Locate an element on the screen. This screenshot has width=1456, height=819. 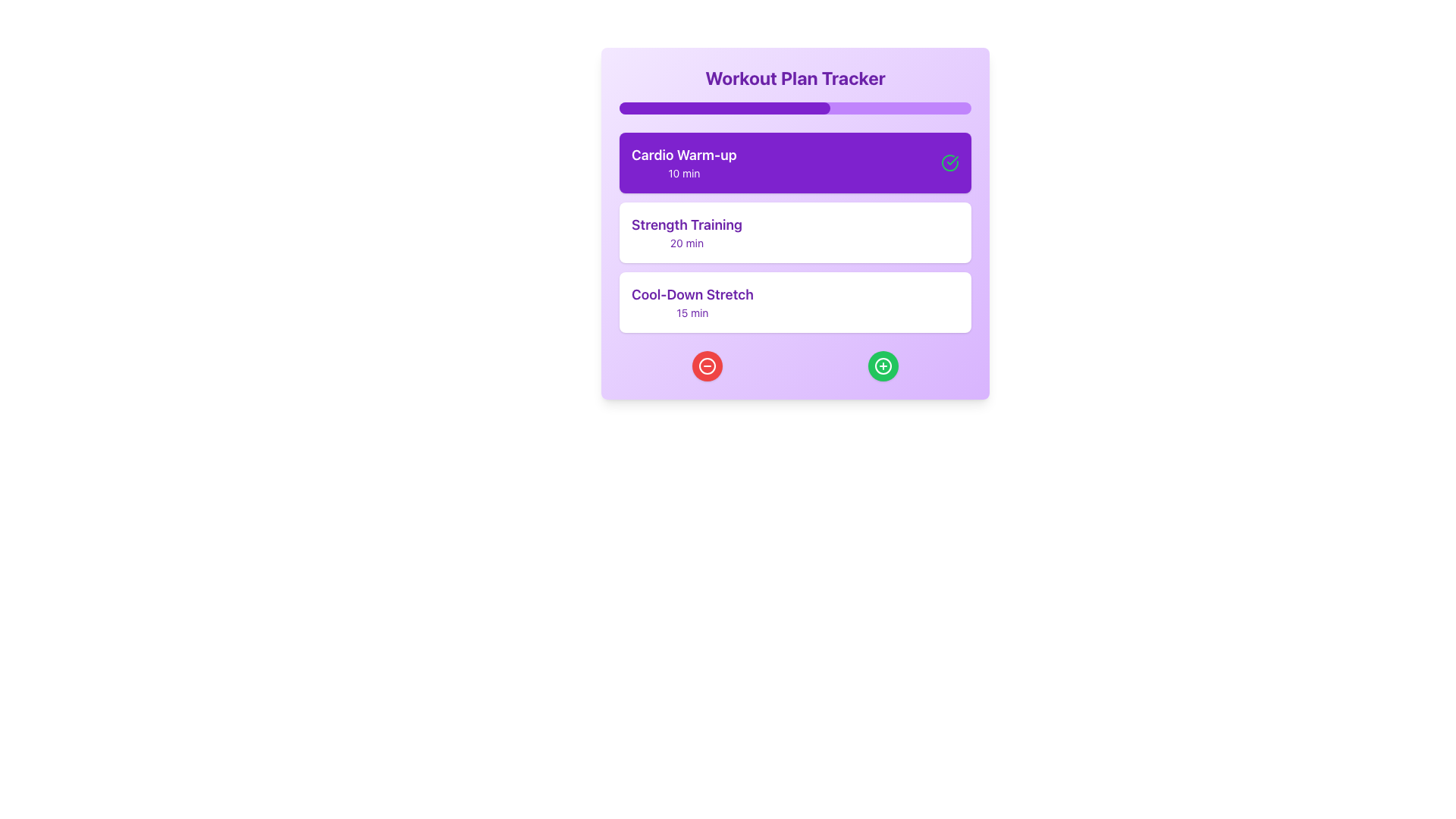
the 'Strength Training' text label, which is a bold, medium-large purple label located within the workout plan interface is located at coordinates (686, 225).